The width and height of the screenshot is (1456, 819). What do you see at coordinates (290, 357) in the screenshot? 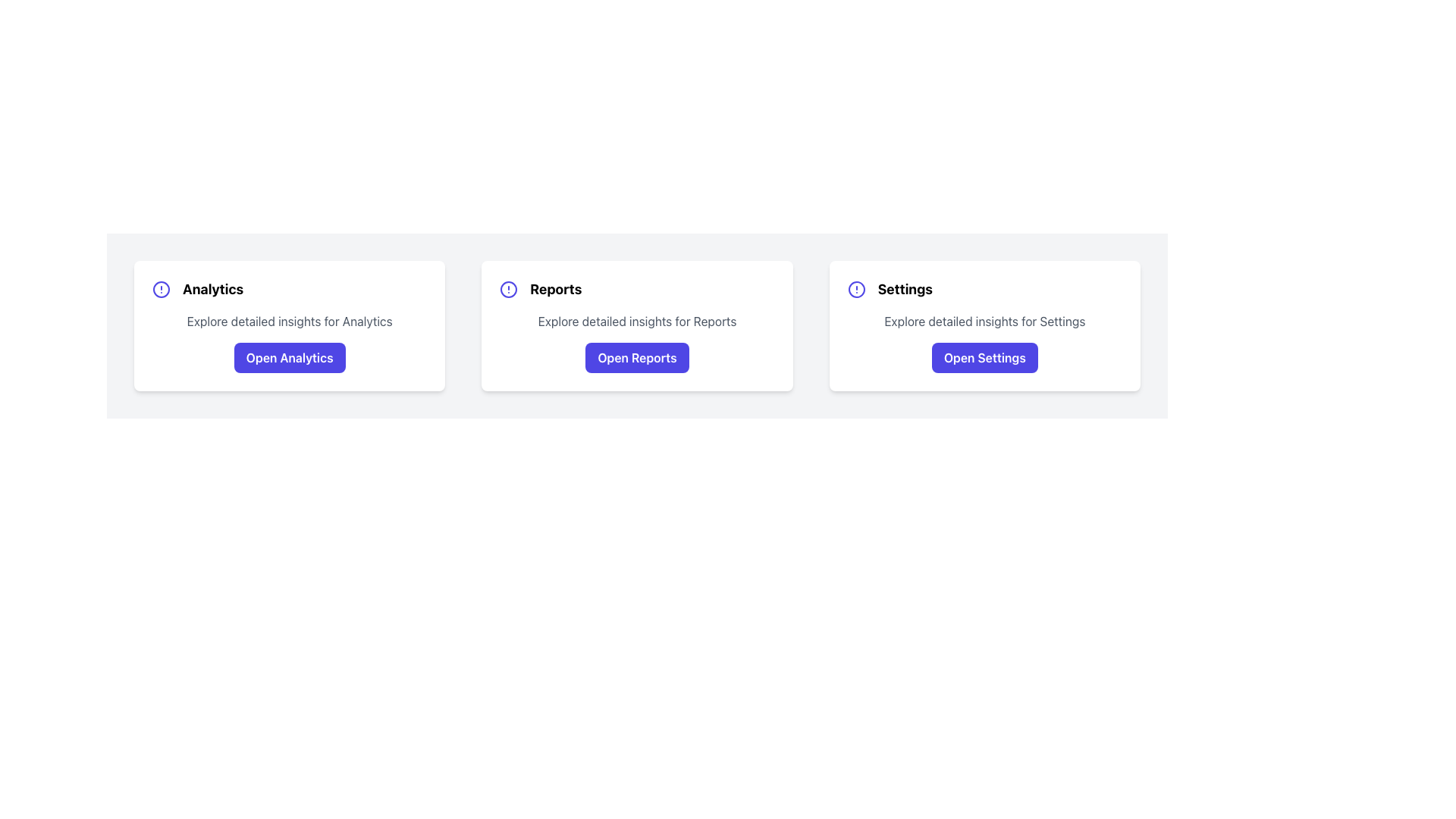
I see `the rectangular button with a purple background and white text reading 'Open Analytics'` at bounding box center [290, 357].